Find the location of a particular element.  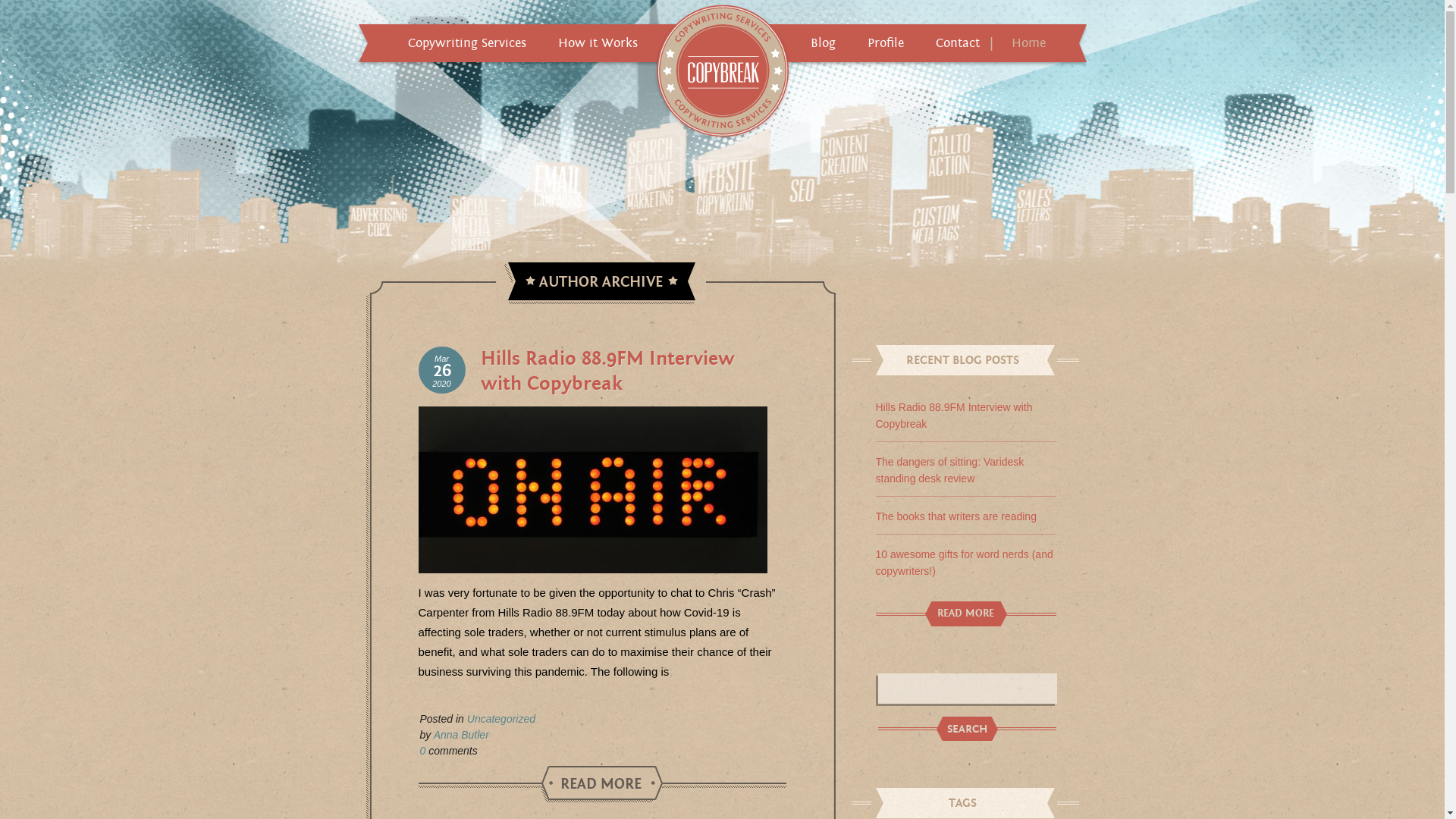

'The books that writers are reading' is located at coordinates (954, 516).